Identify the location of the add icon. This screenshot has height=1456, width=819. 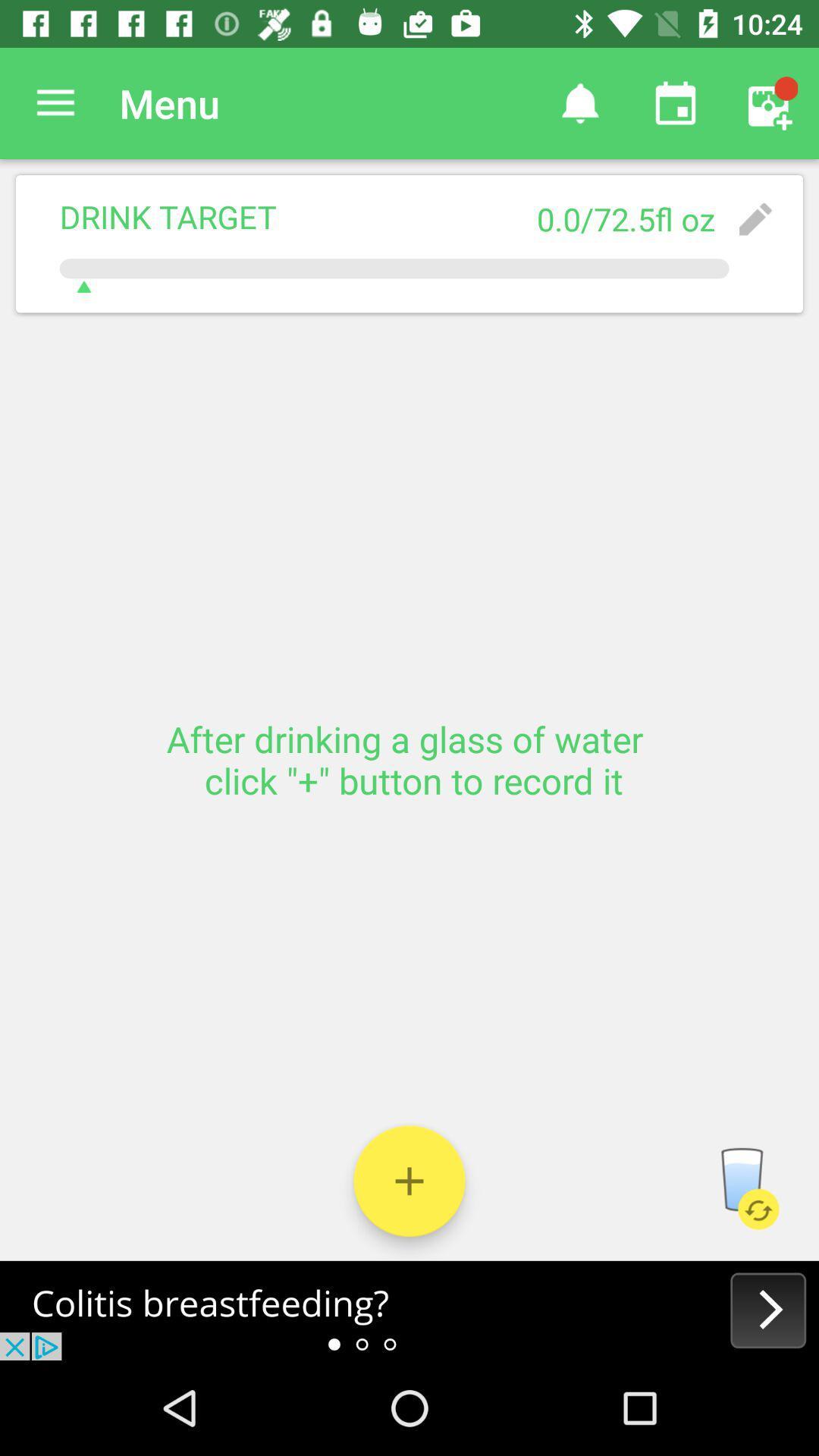
(409, 1180).